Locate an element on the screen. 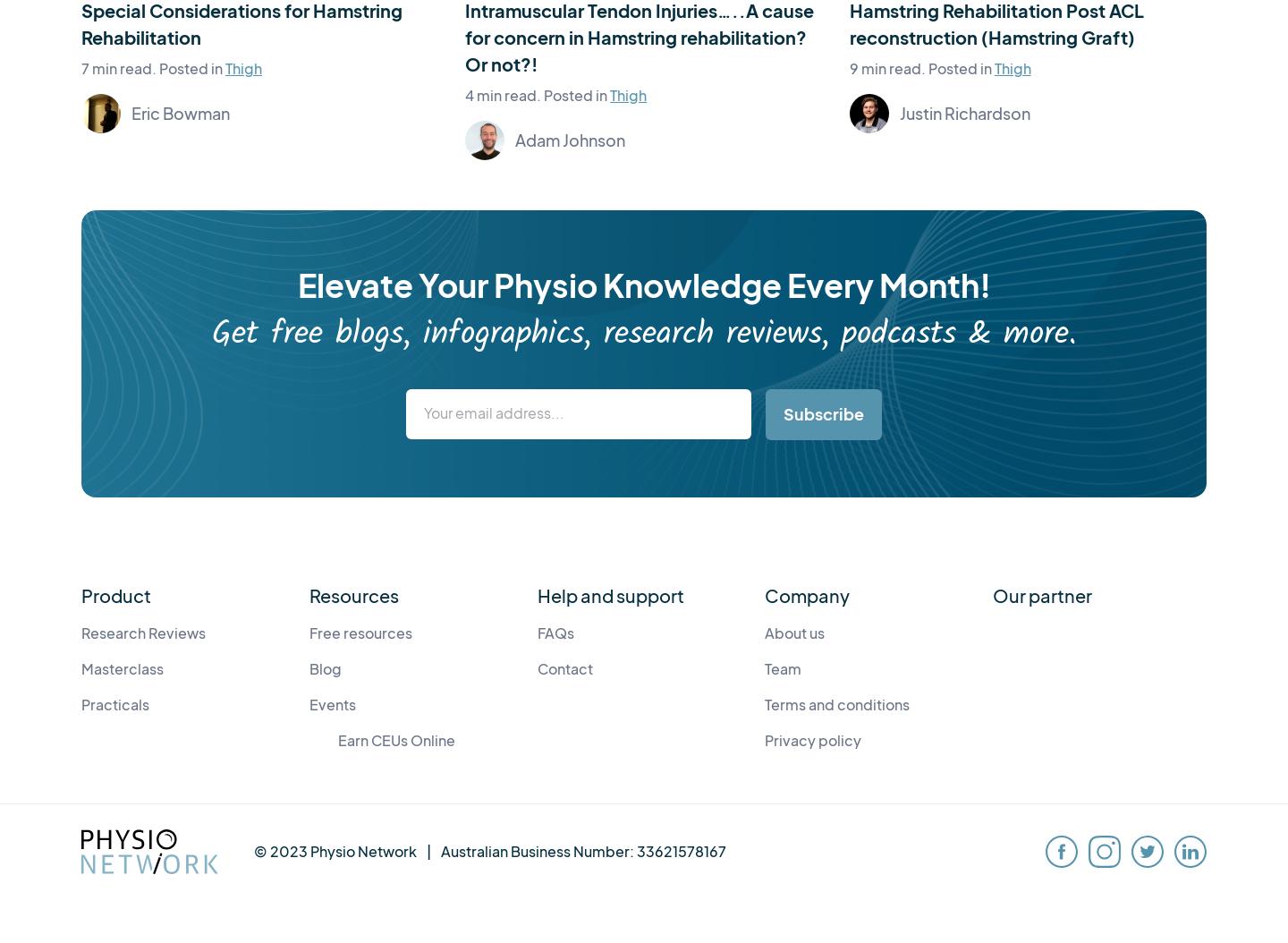  'Privacy policy' is located at coordinates (764, 738).